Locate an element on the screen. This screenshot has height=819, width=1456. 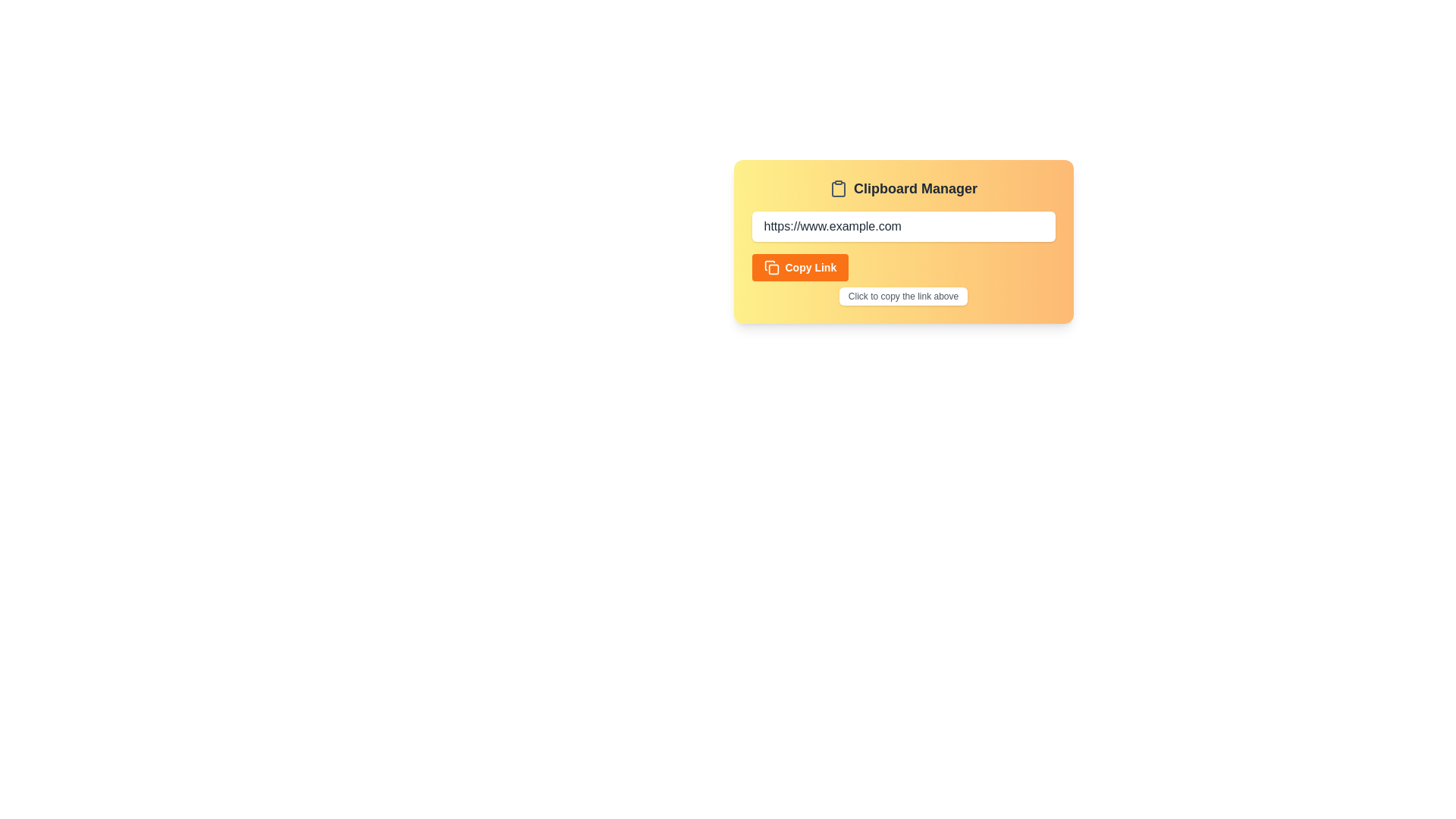
the clipboard icon, which is a minimalistic gray outline located to the left of the 'Clipboard Manager' text is located at coordinates (837, 188).